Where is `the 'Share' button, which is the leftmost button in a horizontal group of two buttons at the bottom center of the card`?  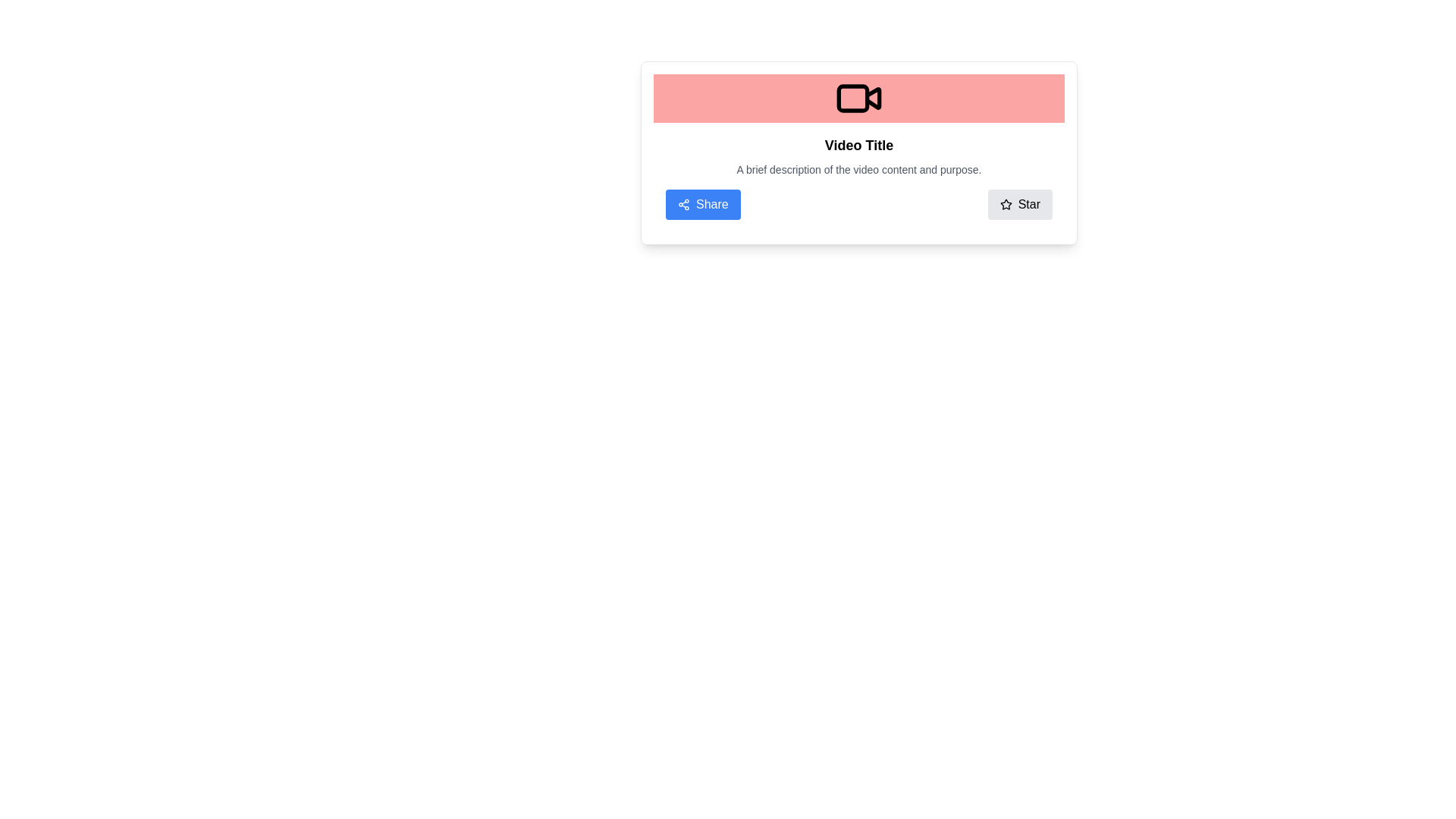
the 'Share' button, which is the leftmost button in a horizontal group of two buttons at the bottom center of the card is located at coordinates (702, 205).